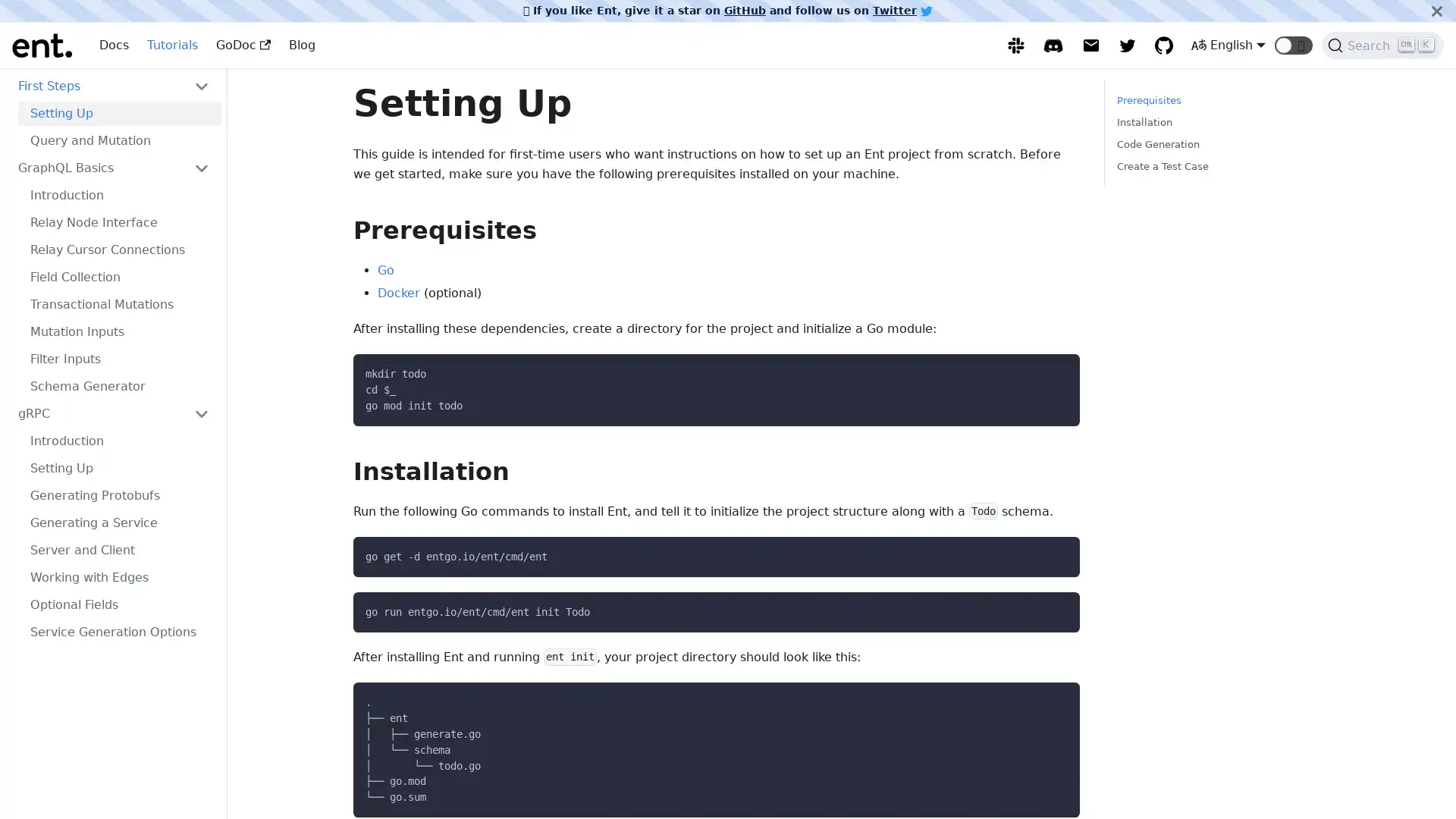  Describe the element at coordinates (1382, 45) in the screenshot. I see `Search` at that location.